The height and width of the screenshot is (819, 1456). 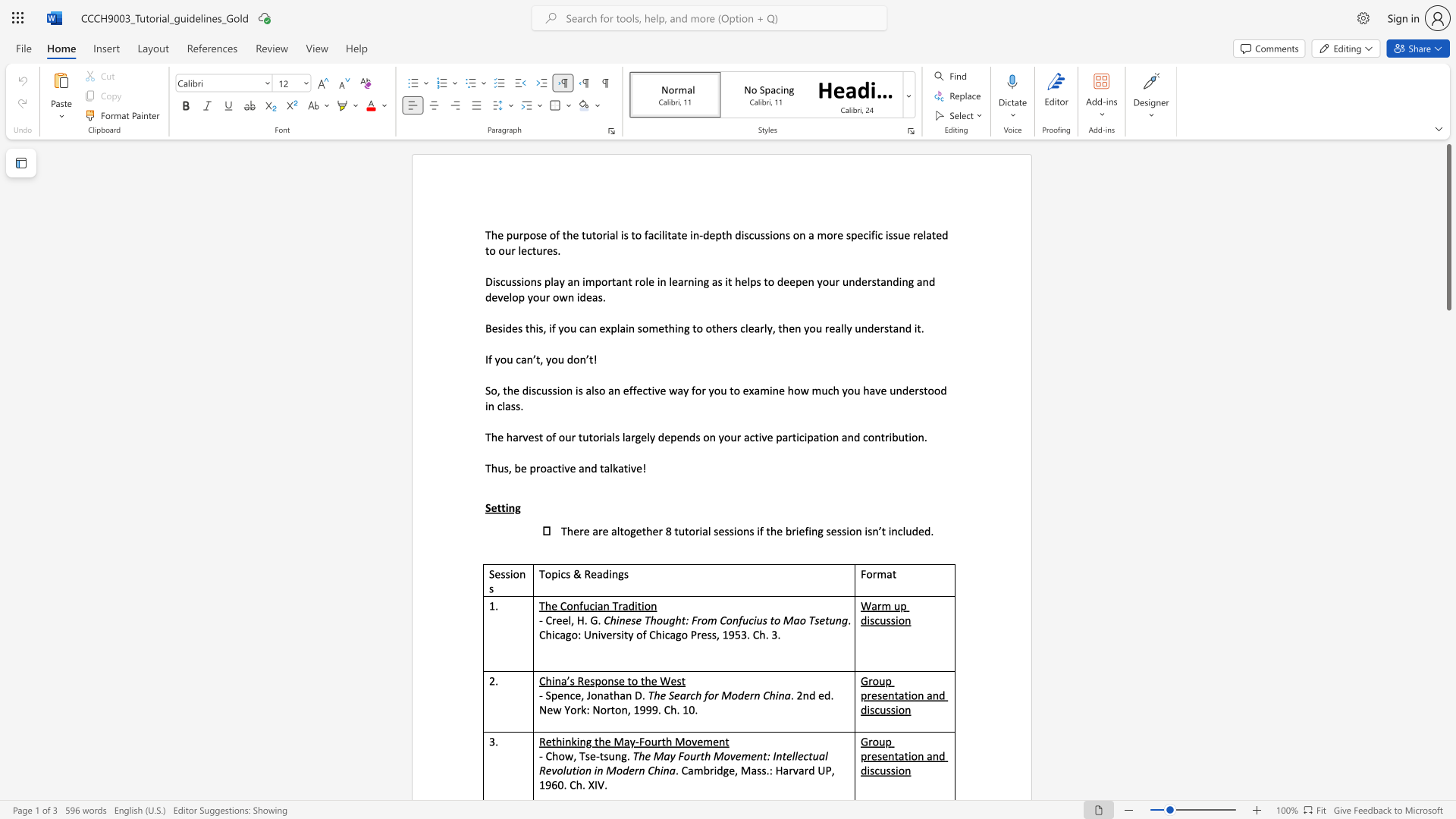 What do you see at coordinates (1448, 508) in the screenshot?
I see `the scrollbar to move the page down` at bounding box center [1448, 508].